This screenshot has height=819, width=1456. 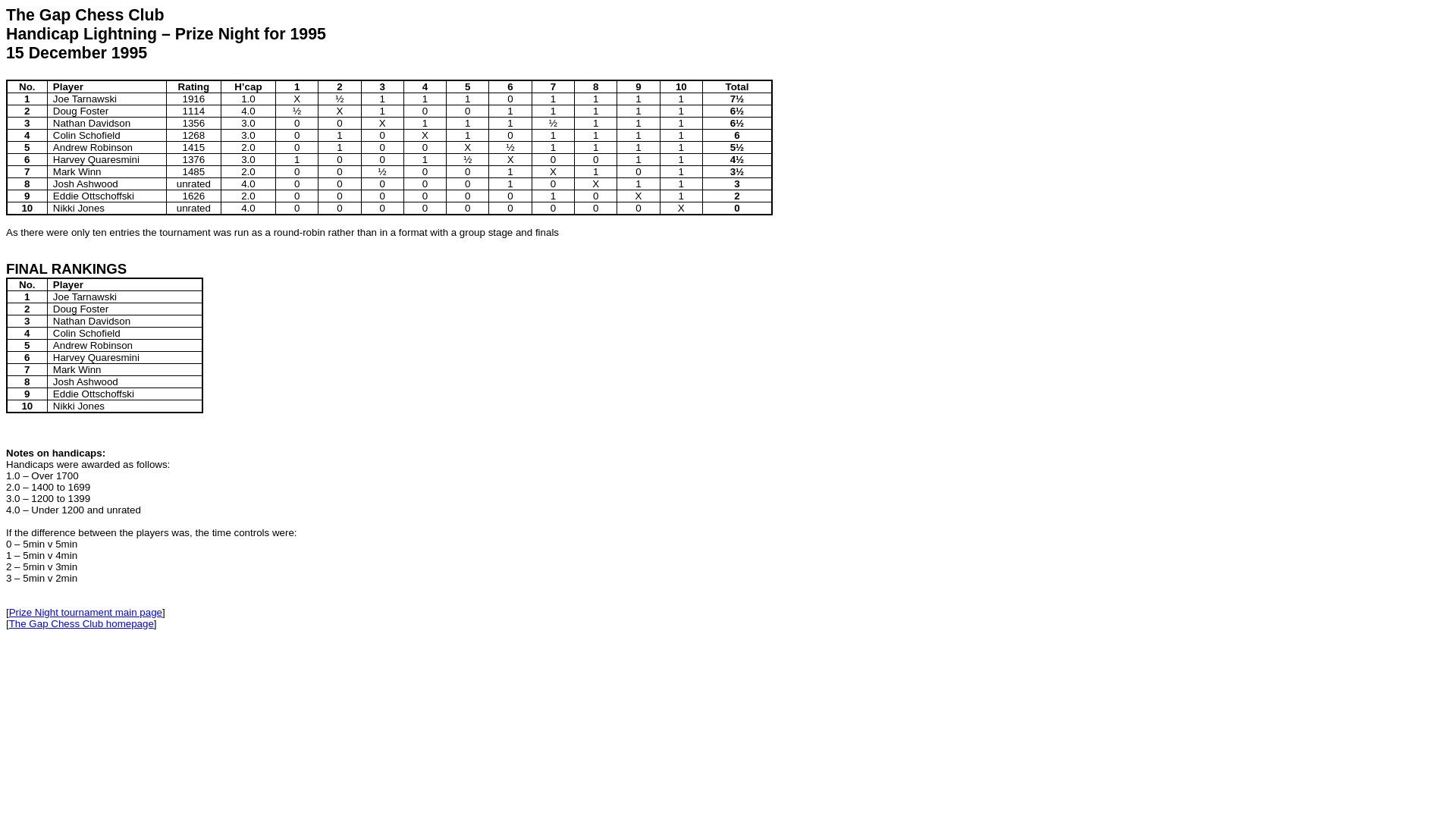 What do you see at coordinates (85, 611) in the screenshot?
I see `'Prize Night tournament main page'` at bounding box center [85, 611].